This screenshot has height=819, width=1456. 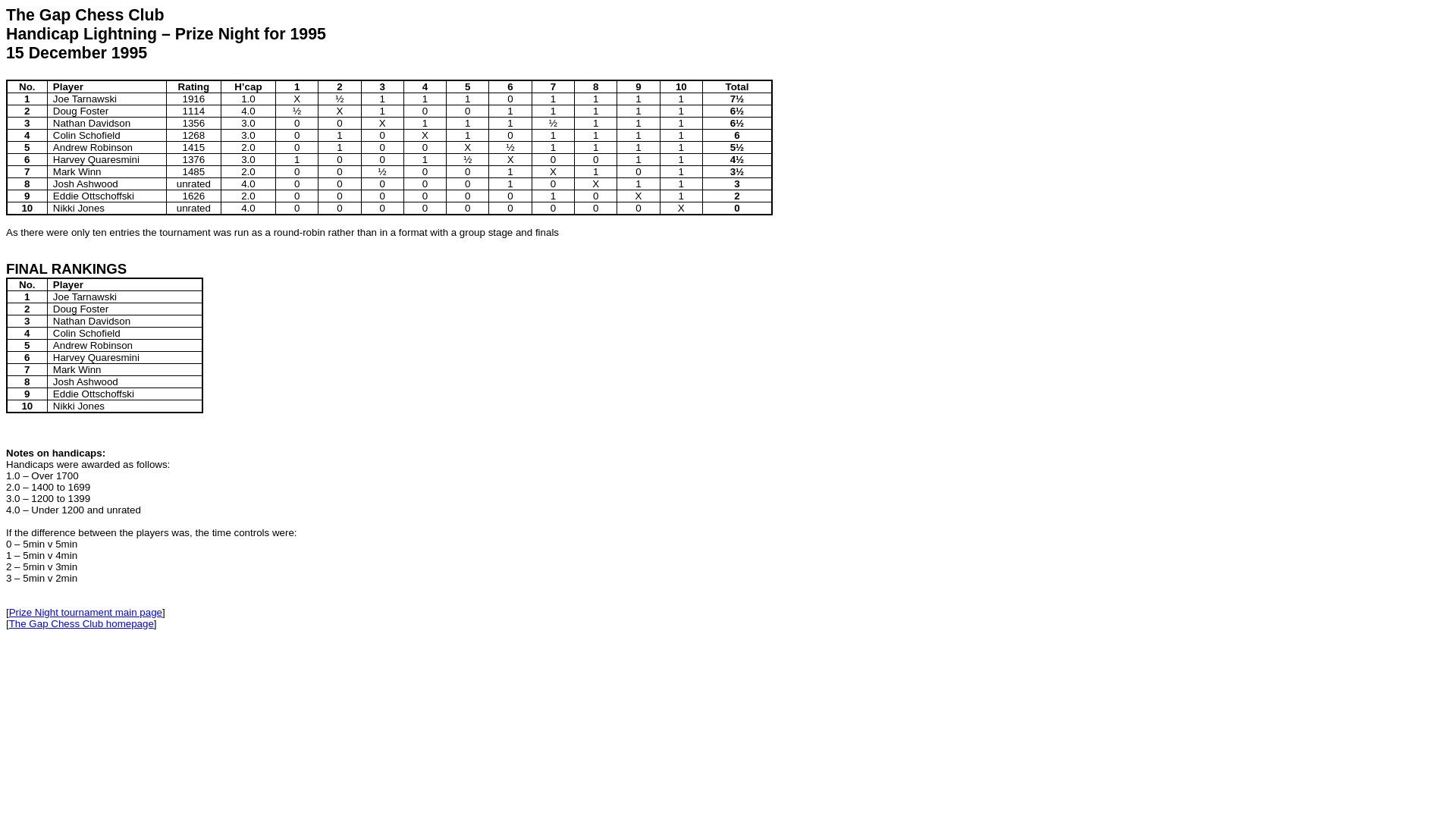 What do you see at coordinates (85, 611) in the screenshot?
I see `'Prize Night tournament main page'` at bounding box center [85, 611].